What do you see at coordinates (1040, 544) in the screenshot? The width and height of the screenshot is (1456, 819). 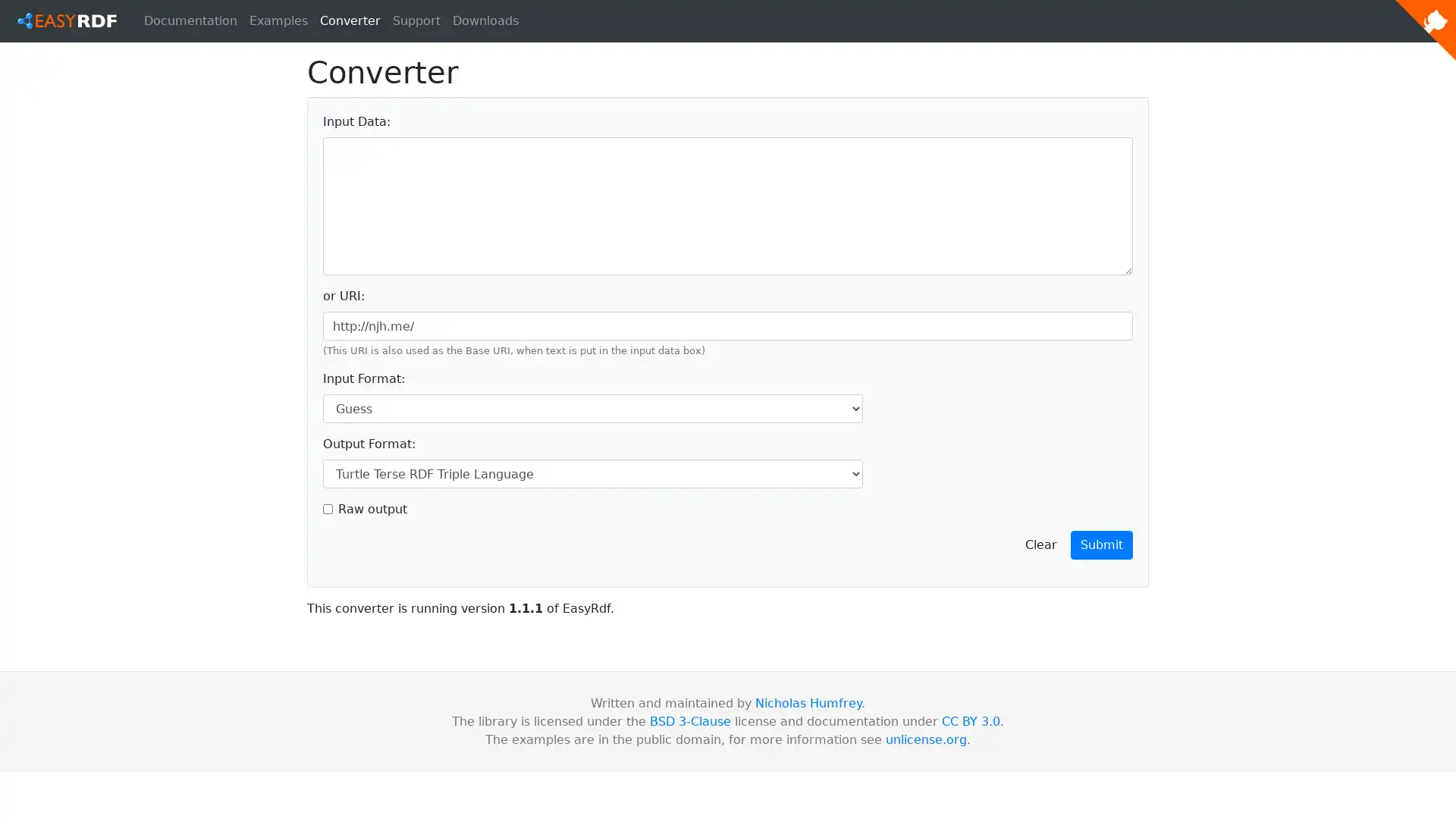 I see `Clear` at bounding box center [1040, 544].